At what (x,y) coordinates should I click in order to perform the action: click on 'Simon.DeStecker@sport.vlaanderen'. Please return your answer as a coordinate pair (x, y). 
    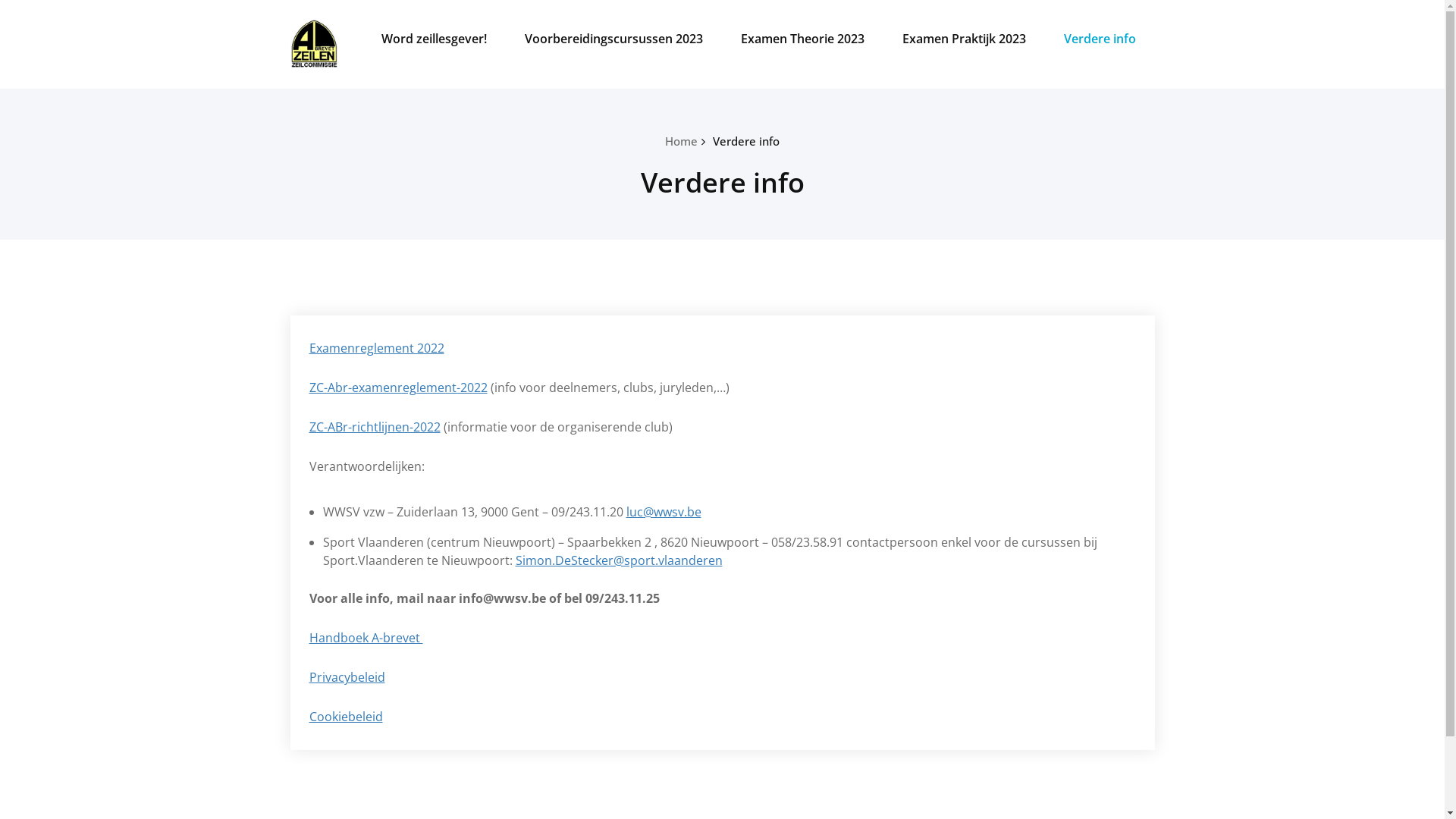
    Looking at the image, I should click on (619, 560).